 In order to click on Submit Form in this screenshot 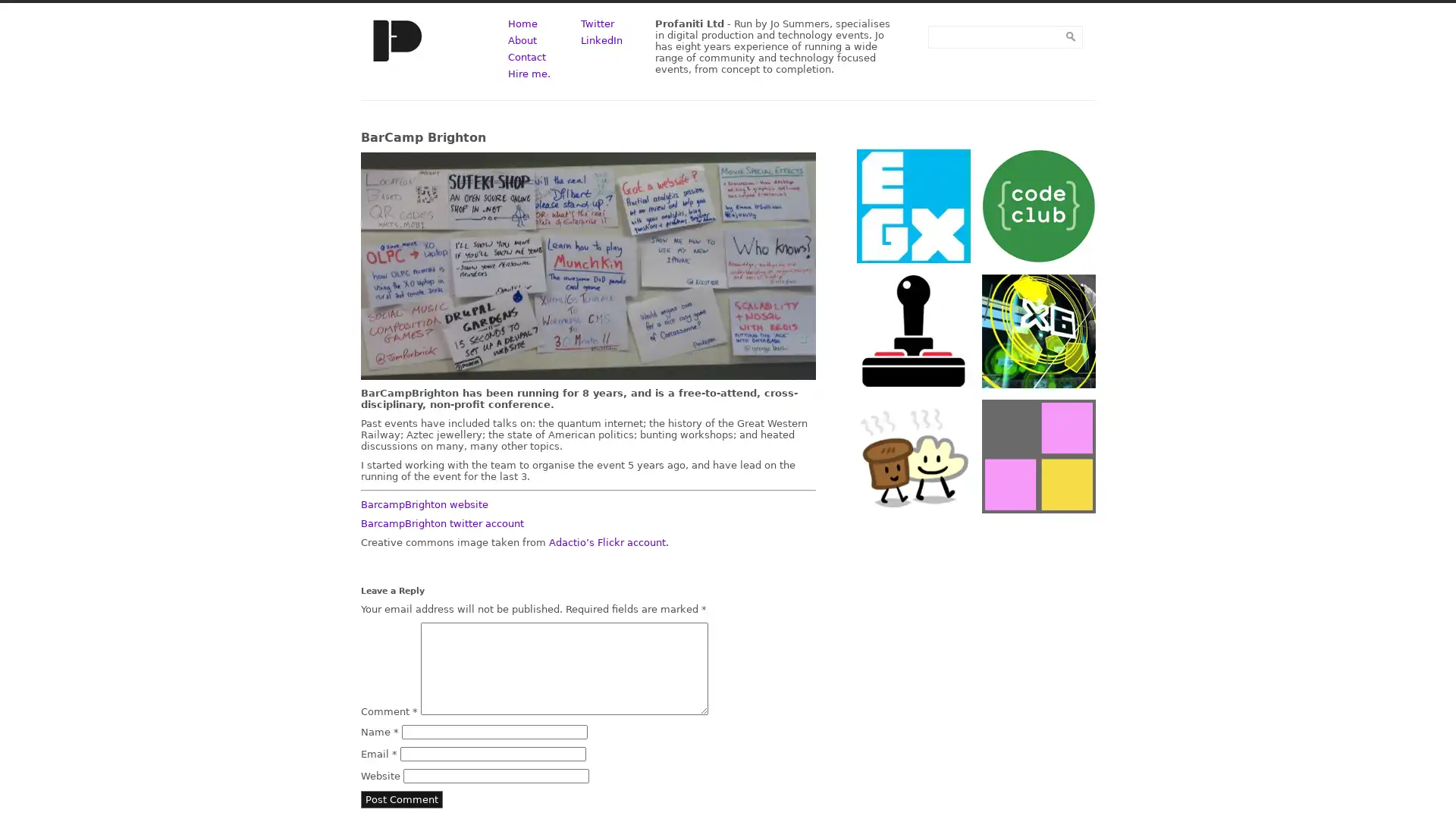, I will do `click(1069, 36)`.